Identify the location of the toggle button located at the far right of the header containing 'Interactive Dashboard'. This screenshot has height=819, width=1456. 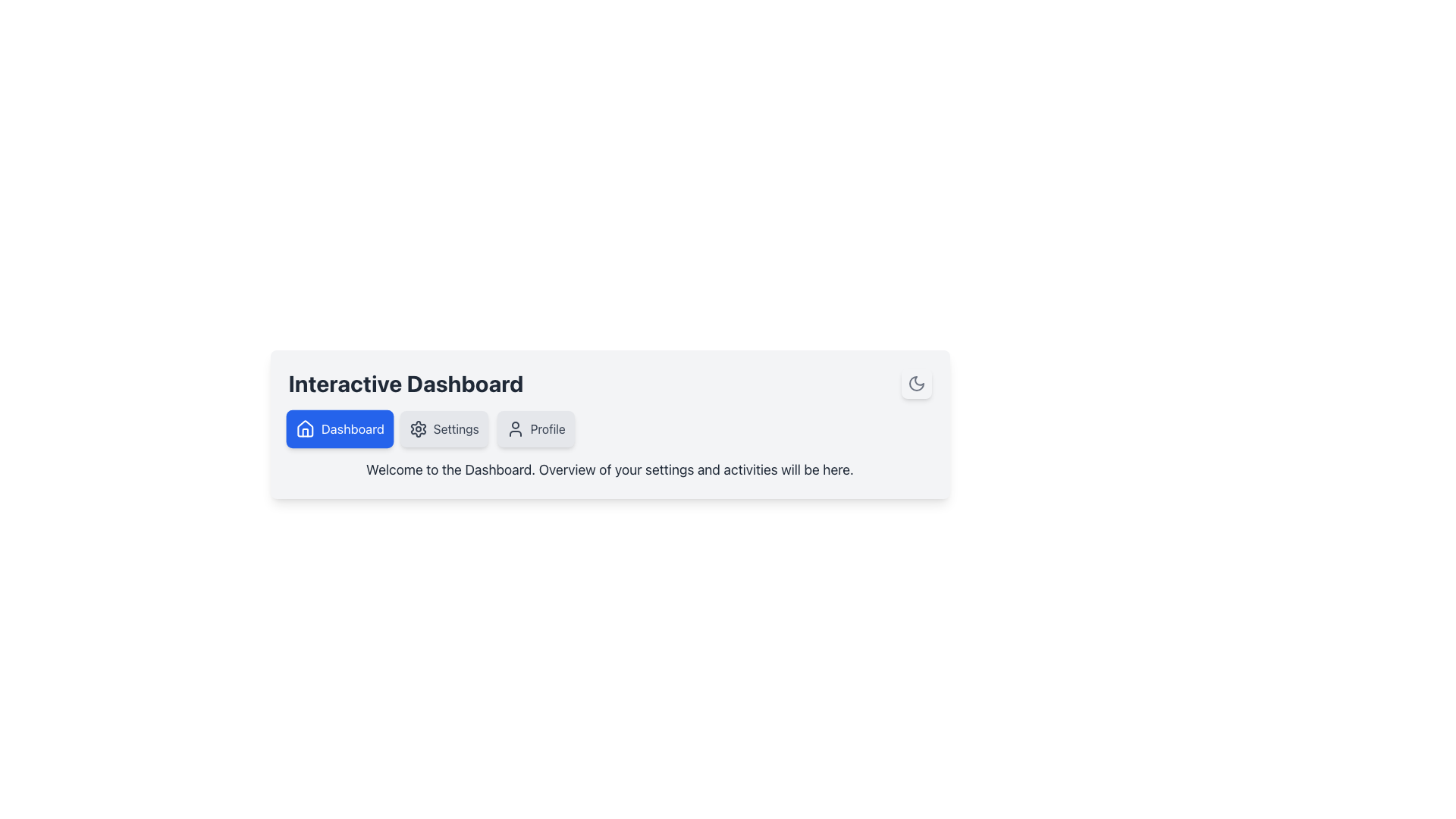
(915, 382).